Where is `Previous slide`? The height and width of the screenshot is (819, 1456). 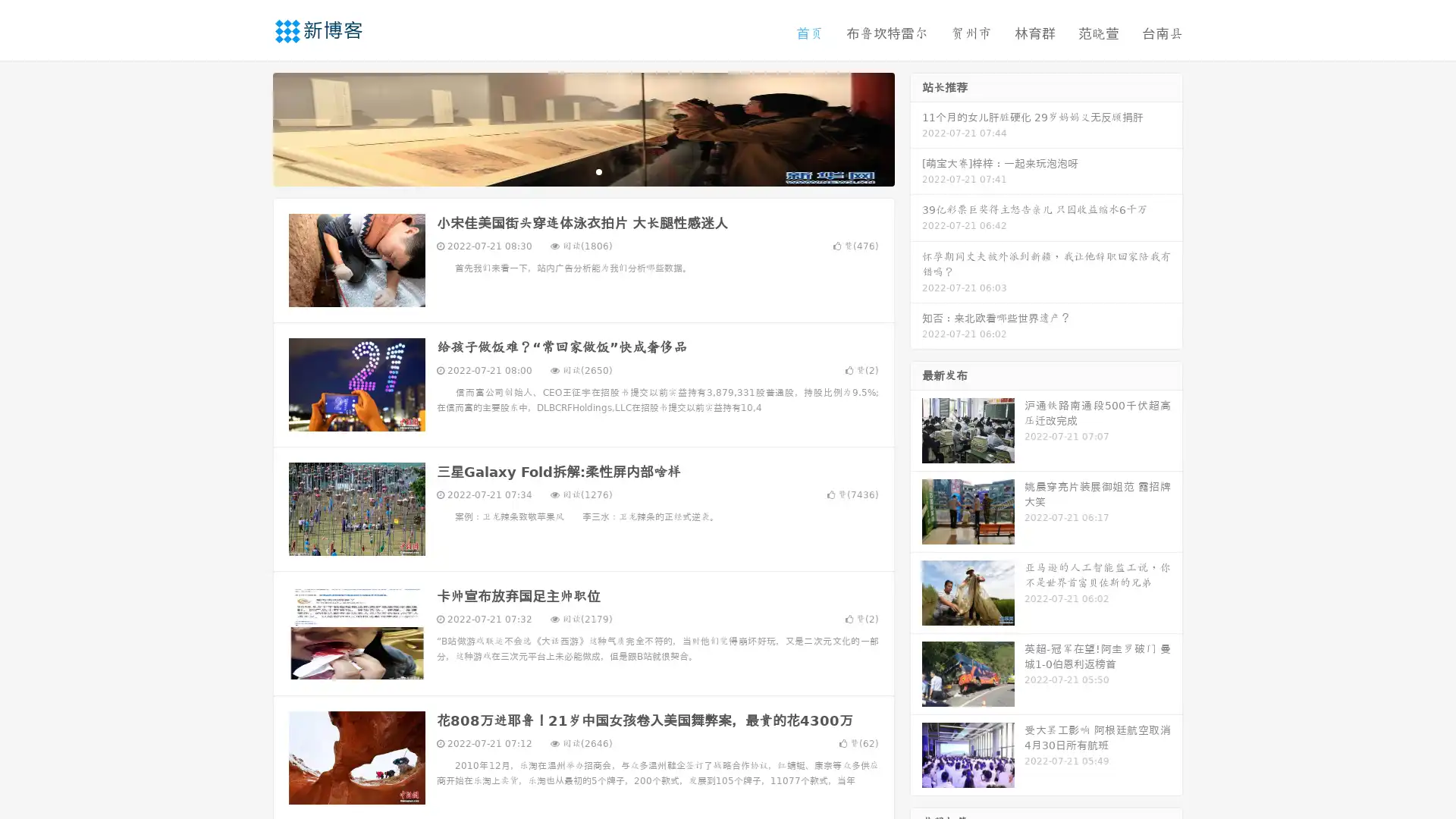
Previous slide is located at coordinates (250, 127).